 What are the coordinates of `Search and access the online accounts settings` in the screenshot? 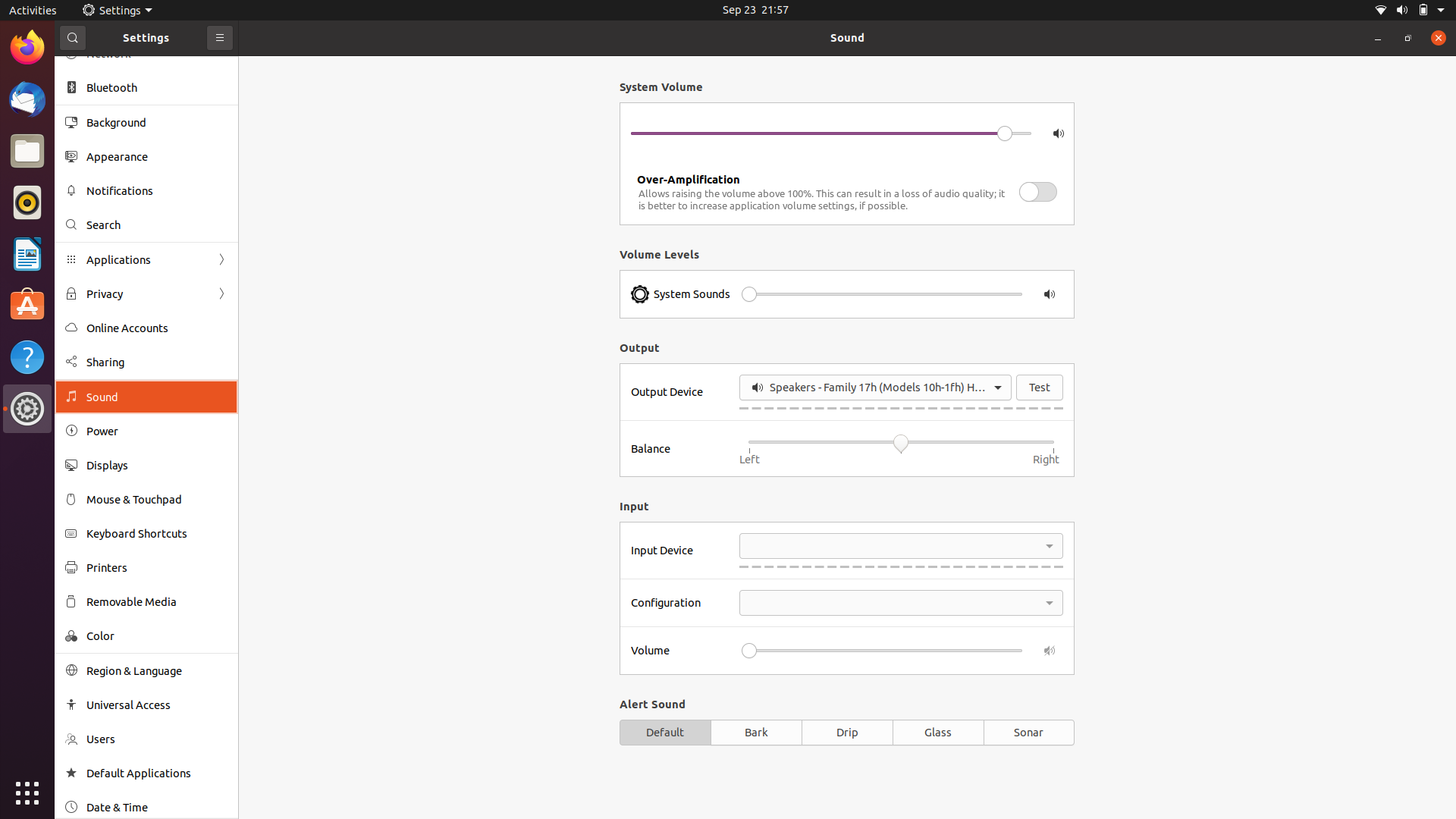 It's located at (145, 222).